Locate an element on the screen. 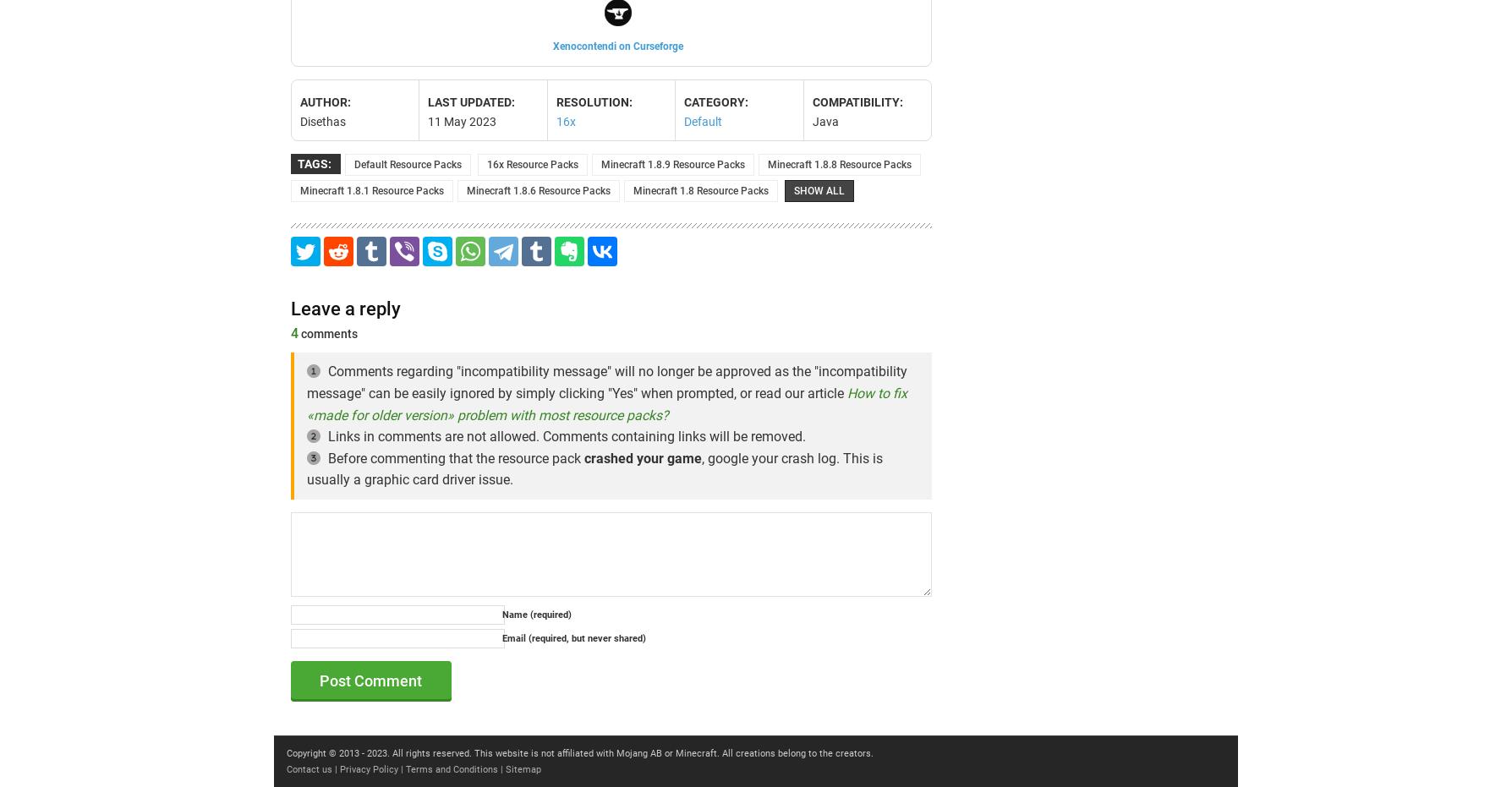 Image resolution: width=1512 pixels, height=787 pixels. '4' is located at coordinates (290, 332).